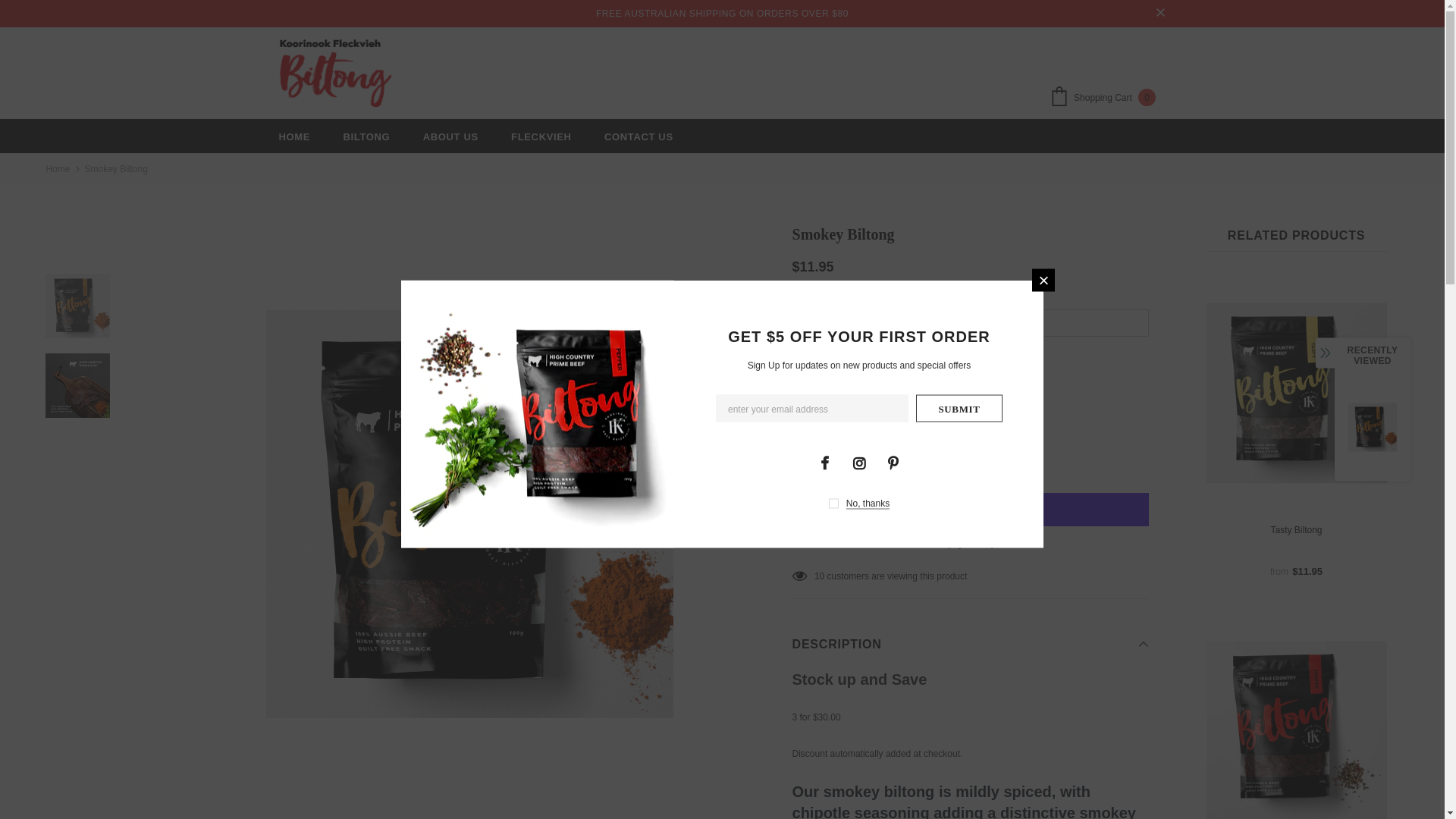 The image size is (1456, 819). Describe the element at coordinates (1043, 280) in the screenshot. I see `'Close'` at that location.